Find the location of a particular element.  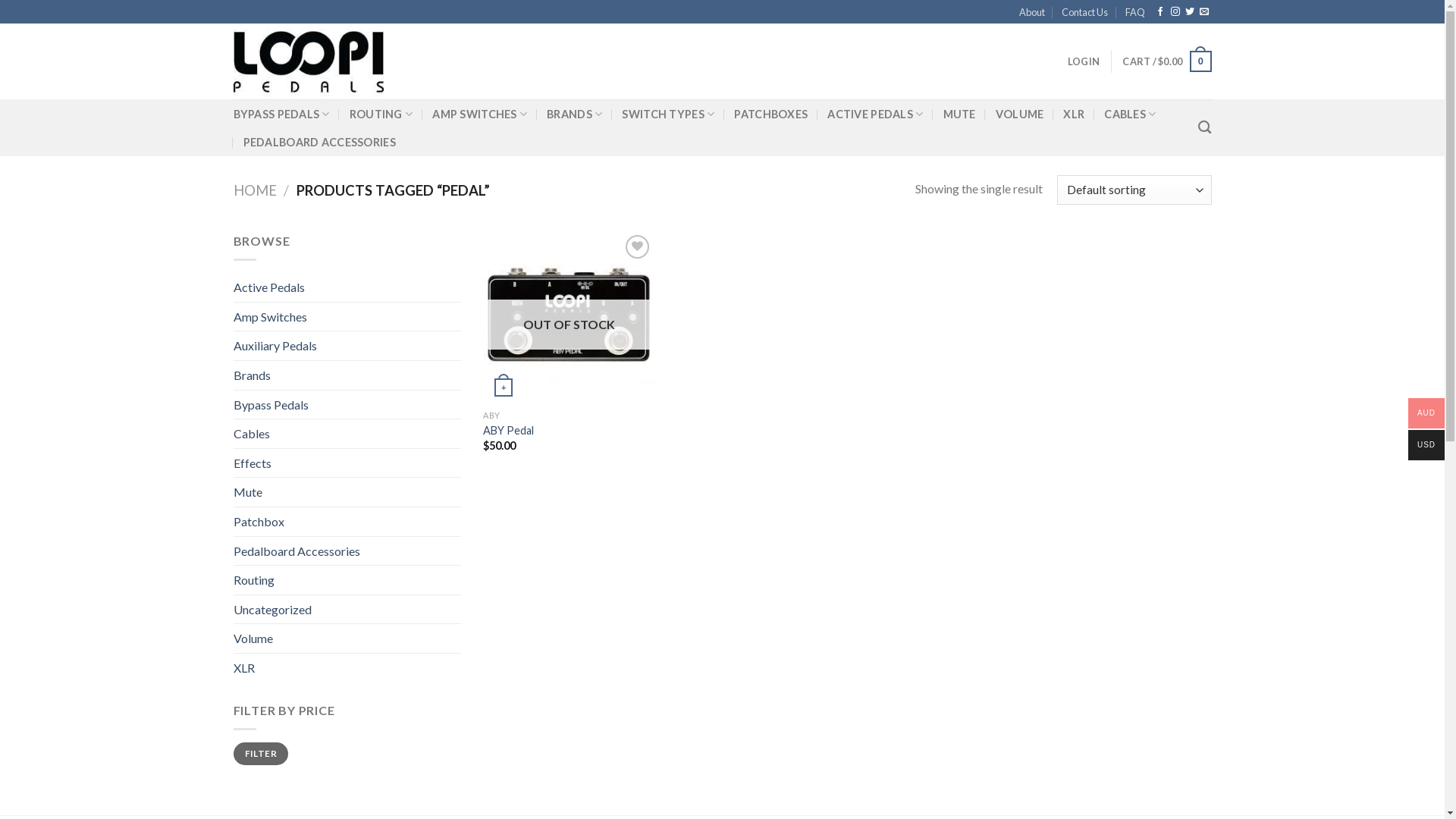

'ABY Pedal' is located at coordinates (508, 431).